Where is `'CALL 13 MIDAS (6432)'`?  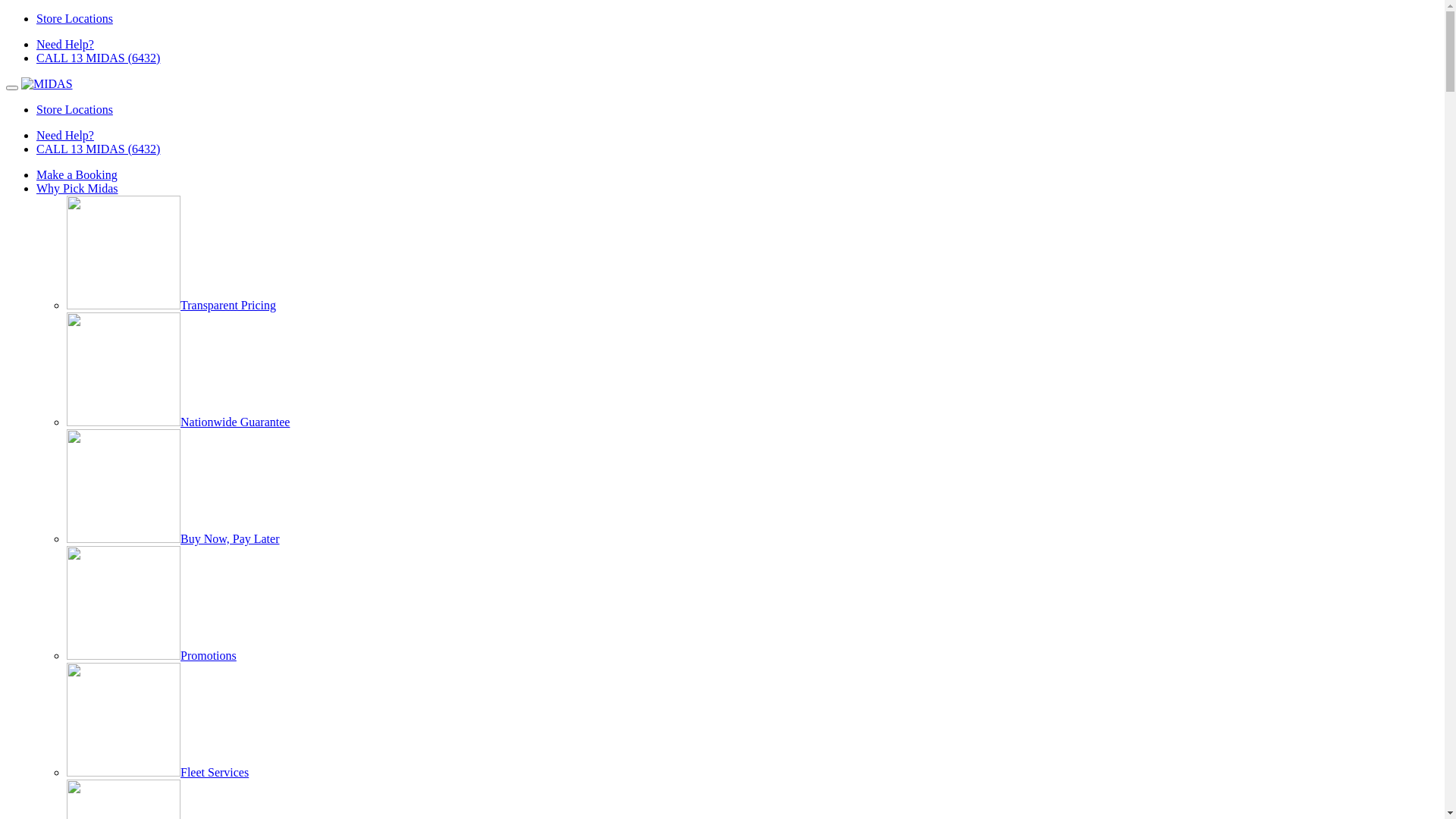 'CALL 13 MIDAS (6432)' is located at coordinates (97, 57).